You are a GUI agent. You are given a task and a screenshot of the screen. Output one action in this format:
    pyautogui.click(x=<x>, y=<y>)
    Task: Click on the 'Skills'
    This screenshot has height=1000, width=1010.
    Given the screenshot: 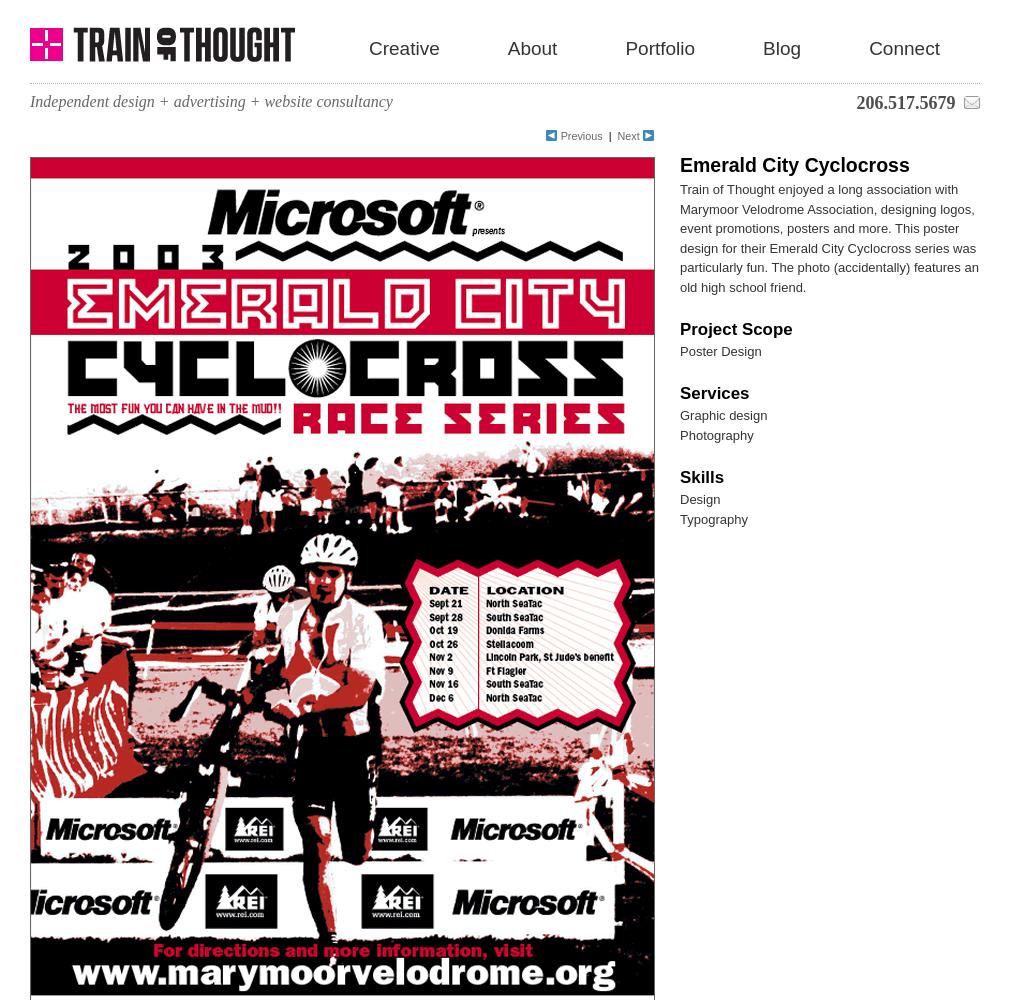 What is the action you would take?
    pyautogui.click(x=700, y=475)
    